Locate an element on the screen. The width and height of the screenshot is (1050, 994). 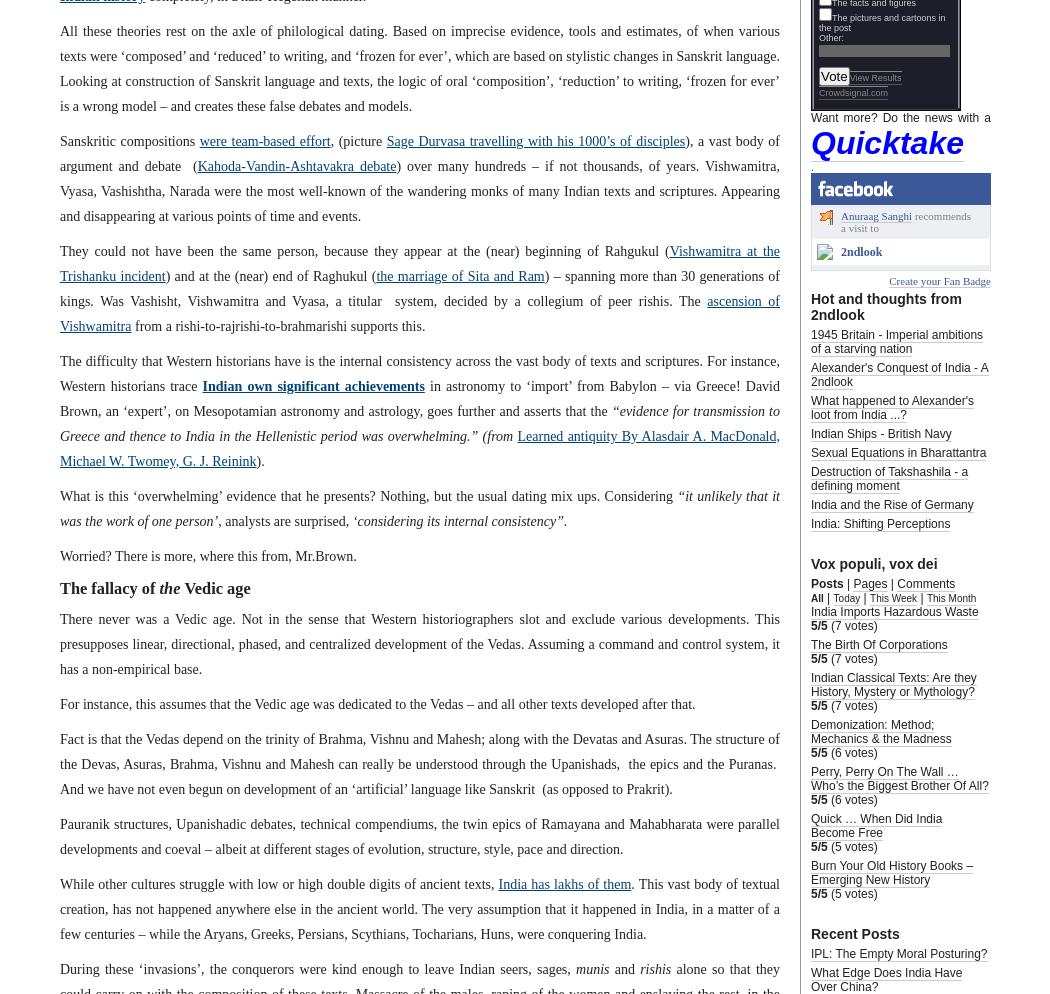
'All these theories rest on the axle of philological dating. Based on imprecise evidence, tools and estimates, of when various texts were ‘composed’ and ‘reduced’ to writing, and ‘frozen for ever’, which are based on stylistic changes in Sanskrit language. Looking at construction of Sanskrit language and texts, the logic of oral ‘composition’, ‘reduction’ to writing, ‘frozen for ever’ is a wrong model – and creates these false debates and models.' is located at coordinates (419, 66).